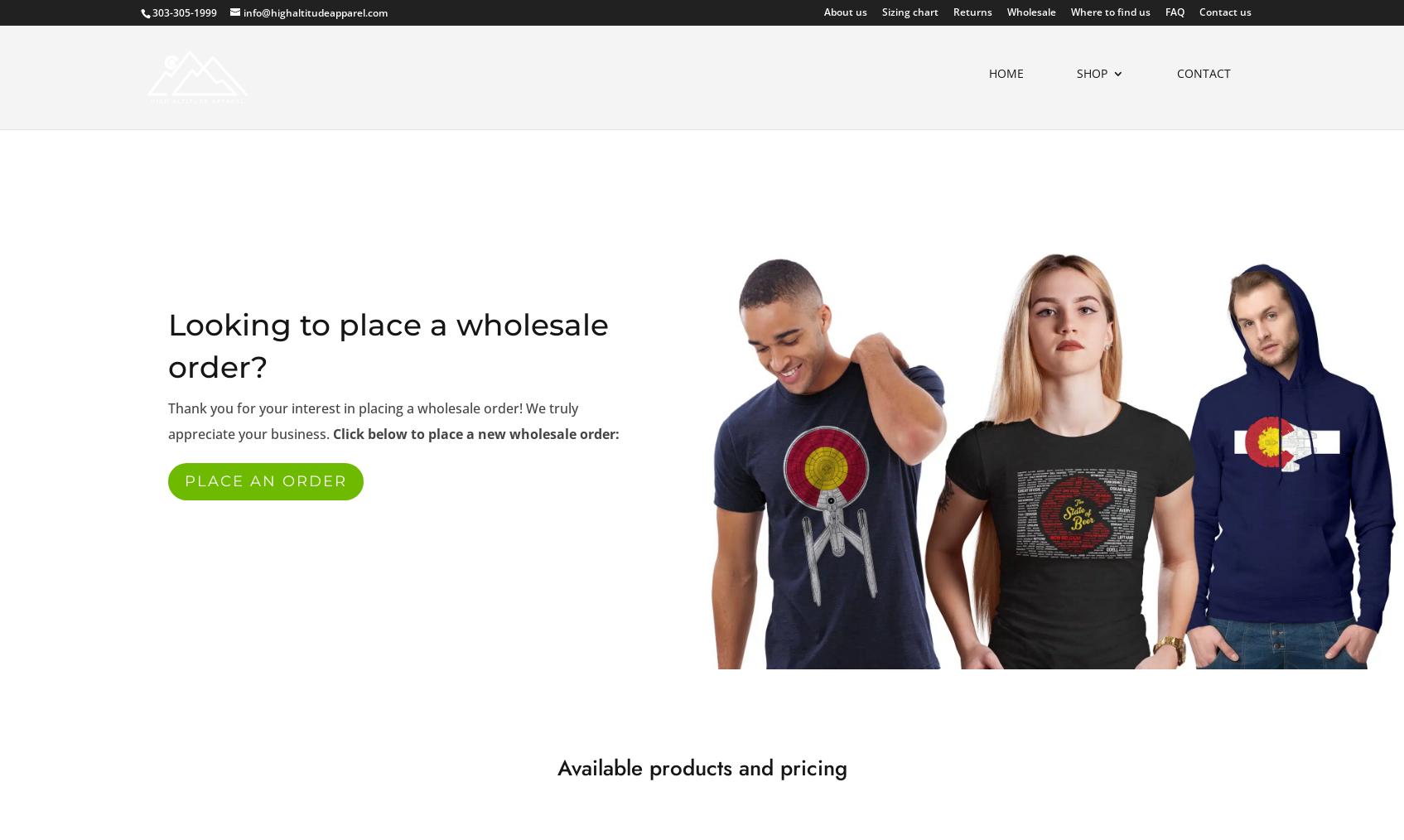  What do you see at coordinates (910, 271) in the screenshot?
I see `'Youth apparel'` at bounding box center [910, 271].